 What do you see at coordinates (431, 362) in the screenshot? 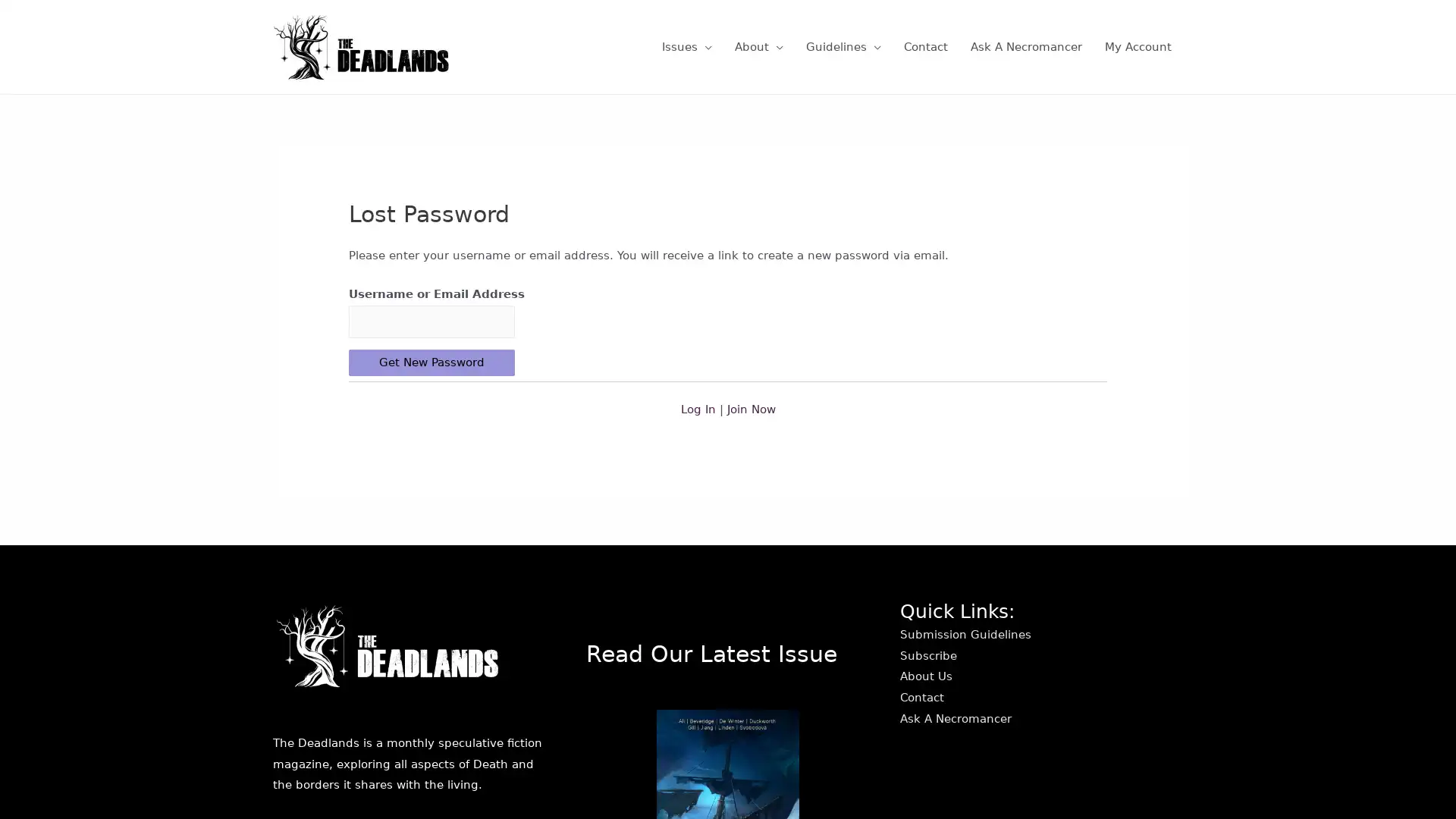
I see `Get New Password` at bounding box center [431, 362].